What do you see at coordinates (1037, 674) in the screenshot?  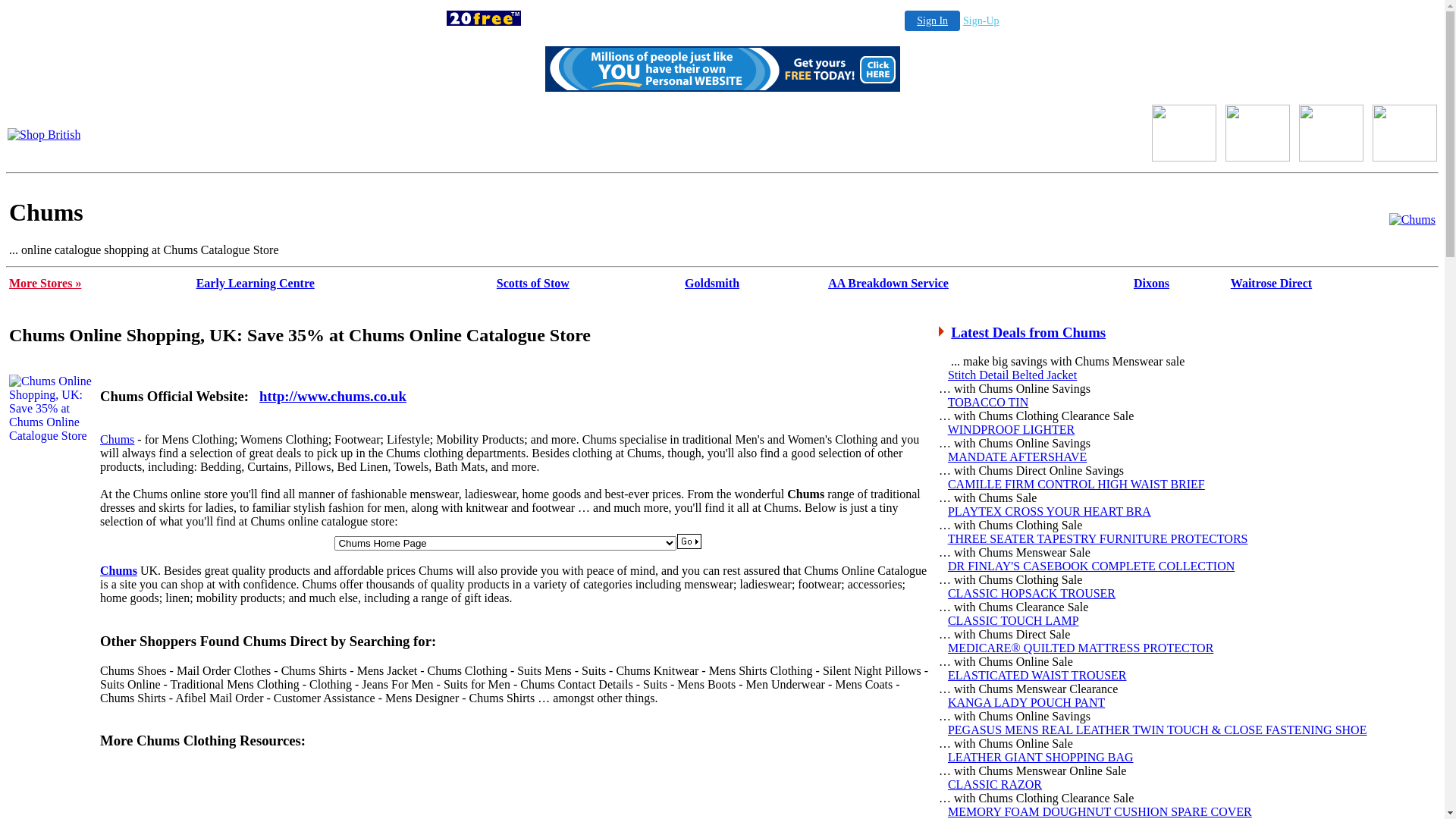 I see `'ELASTICATED WAIST TROUSER'` at bounding box center [1037, 674].